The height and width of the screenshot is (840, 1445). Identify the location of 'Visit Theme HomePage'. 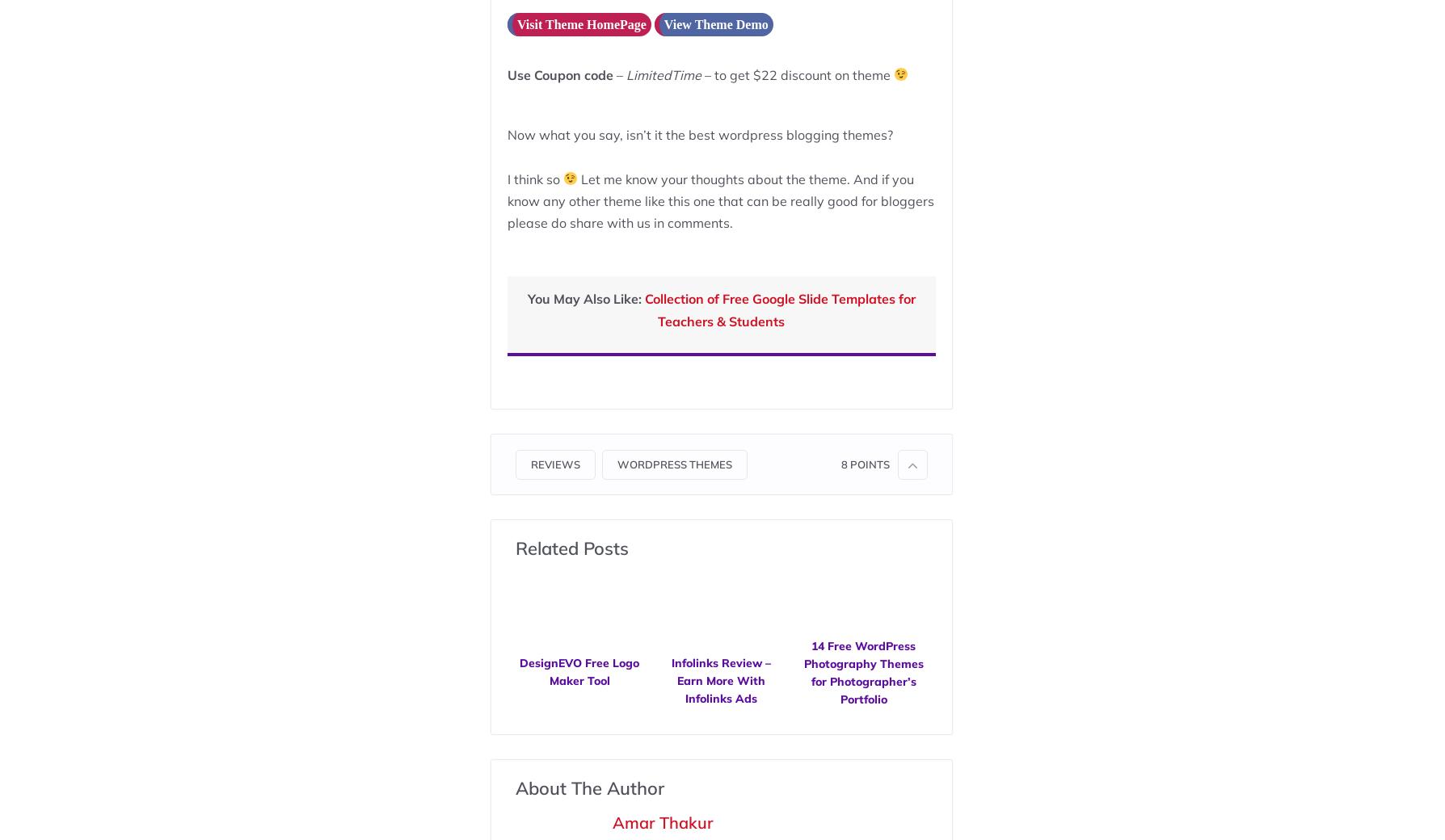
(579, 23).